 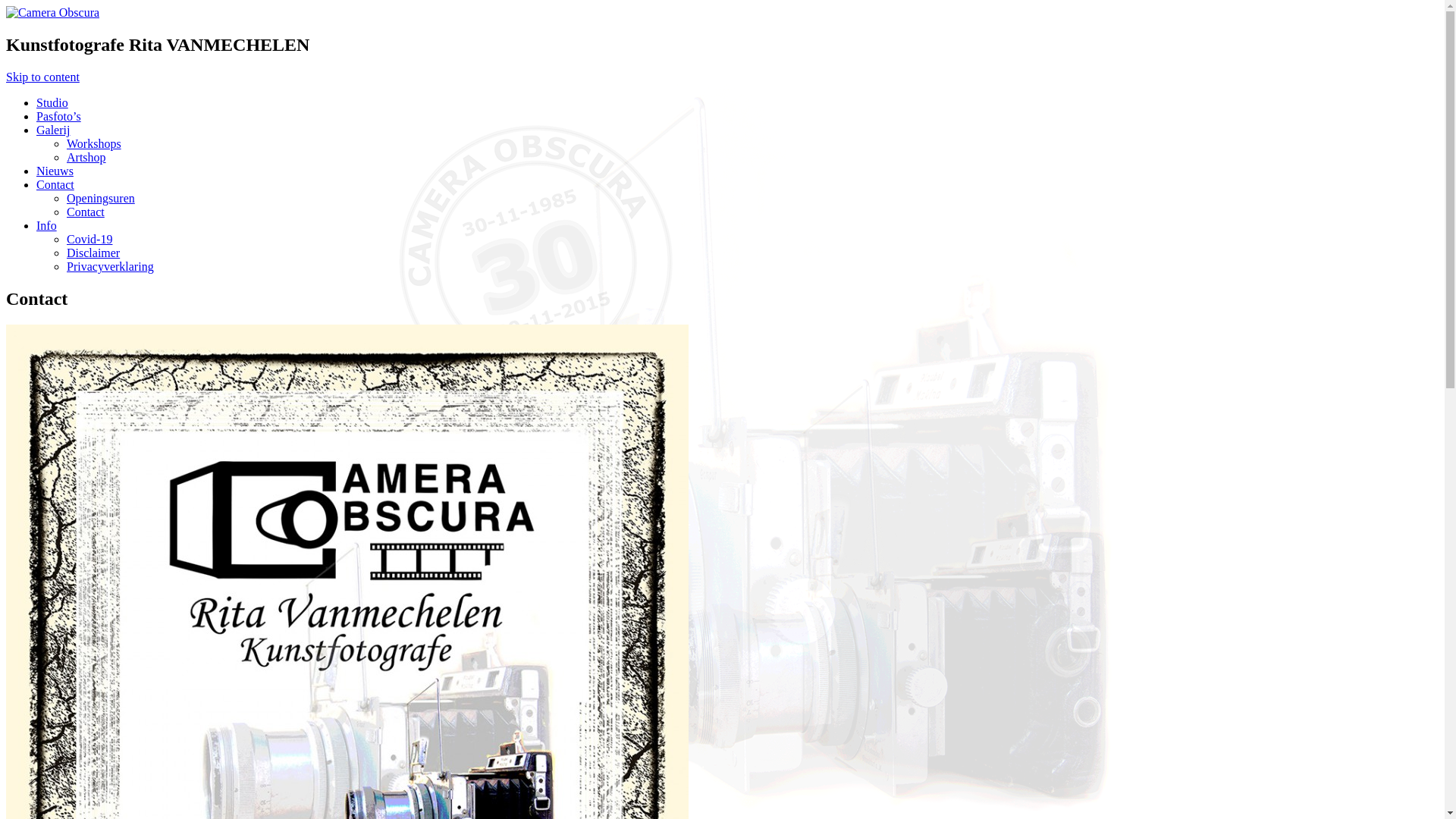 I want to click on 'Galerij', so click(x=53, y=129).